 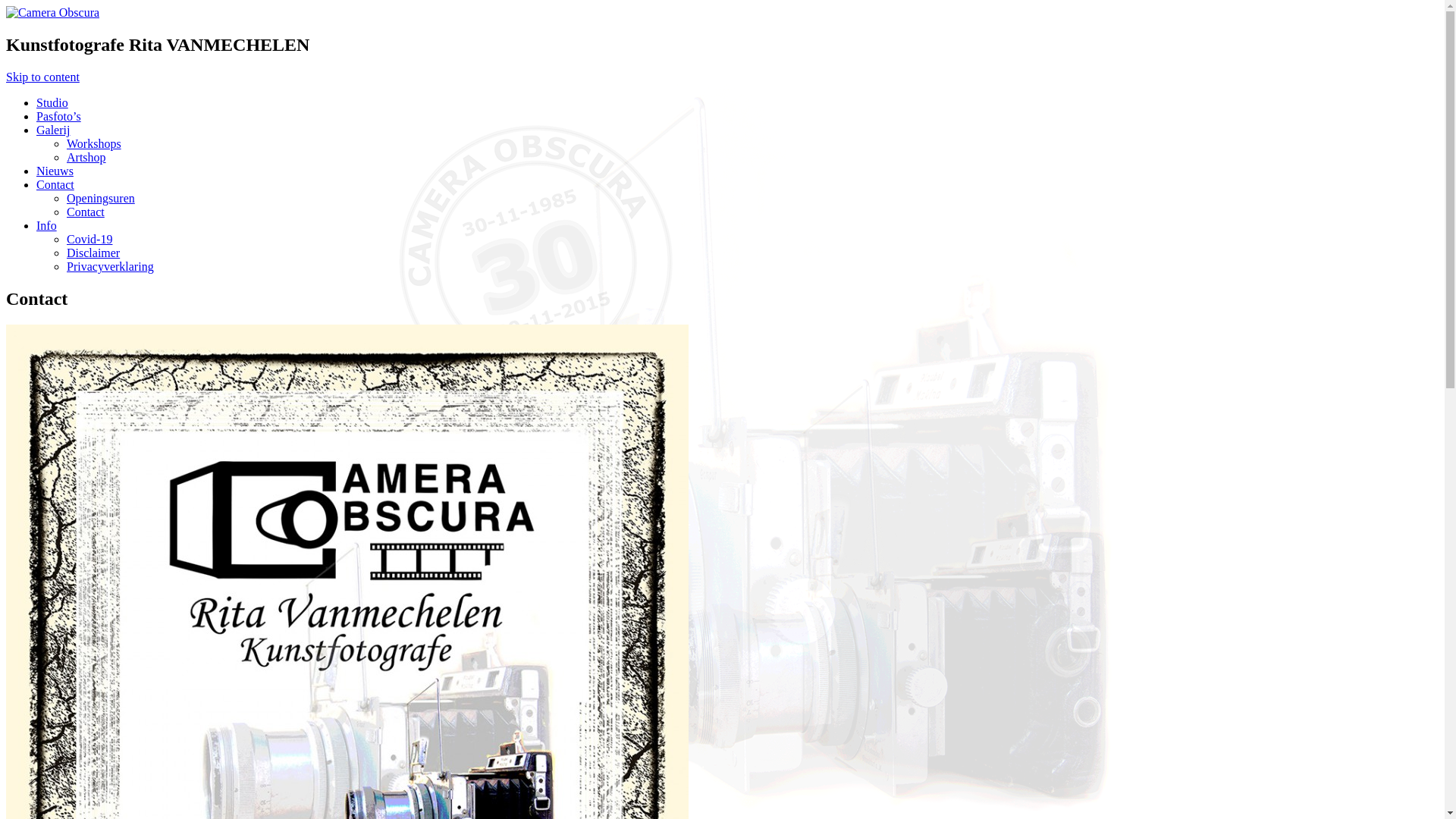 I want to click on 'Galerij', so click(x=53, y=129).